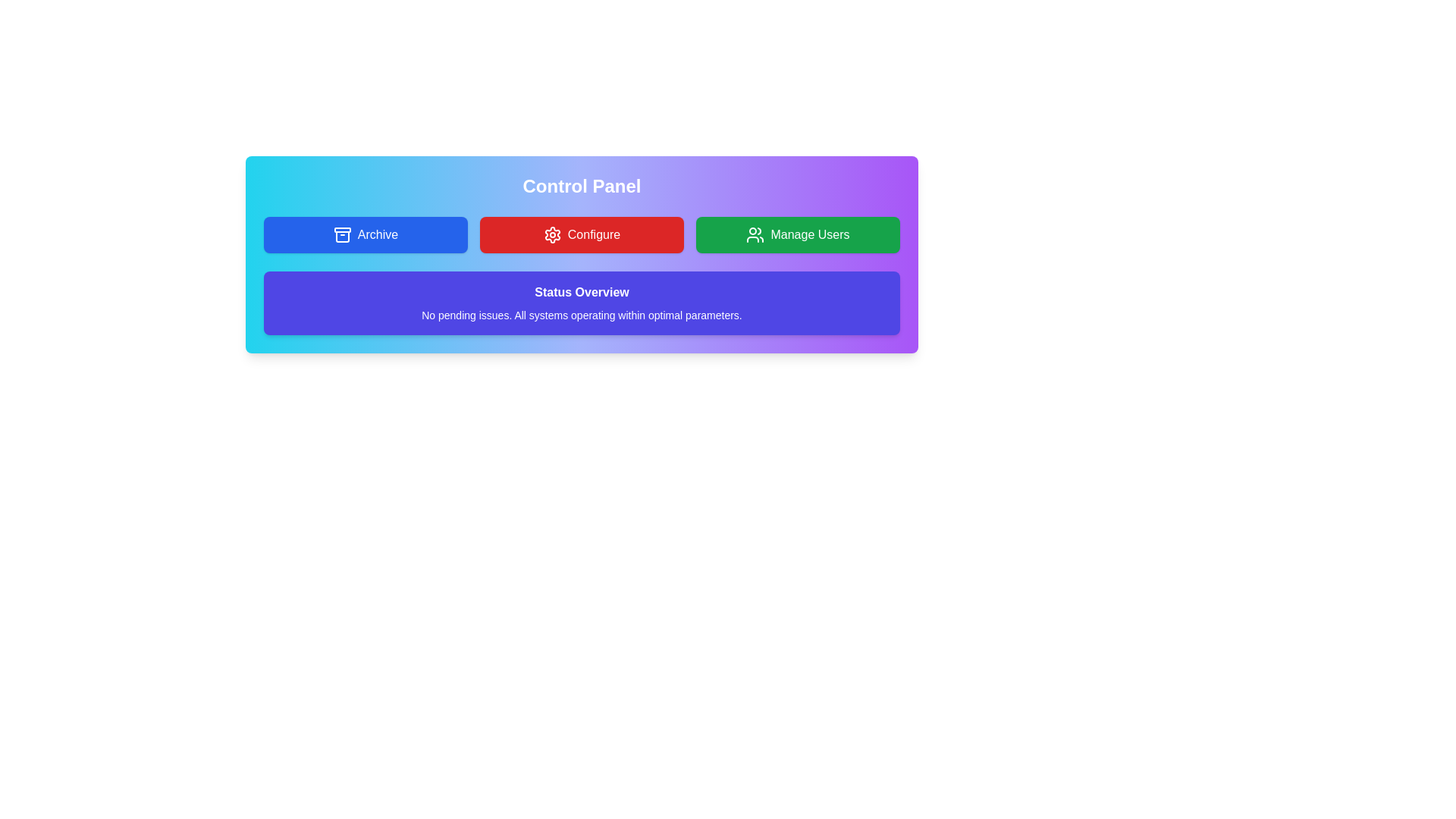 Image resolution: width=1456 pixels, height=819 pixels. Describe the element at coordinates (551, 234) in the screenshot. I see `the settings icon located in the second button from the left in the Control Panel interface` at that location.